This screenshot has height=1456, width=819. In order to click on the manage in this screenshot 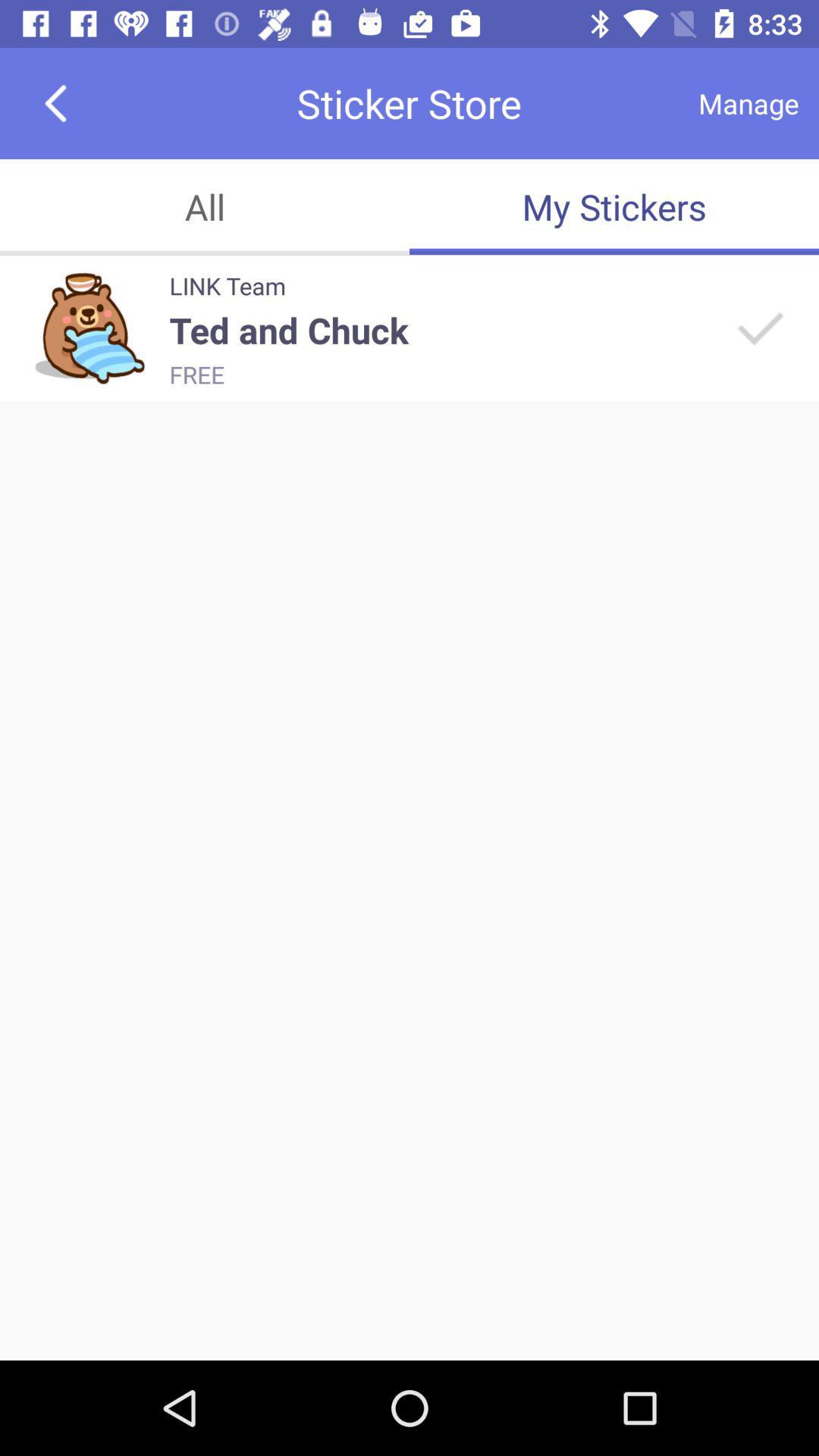, I will do `click(748, 102)`.